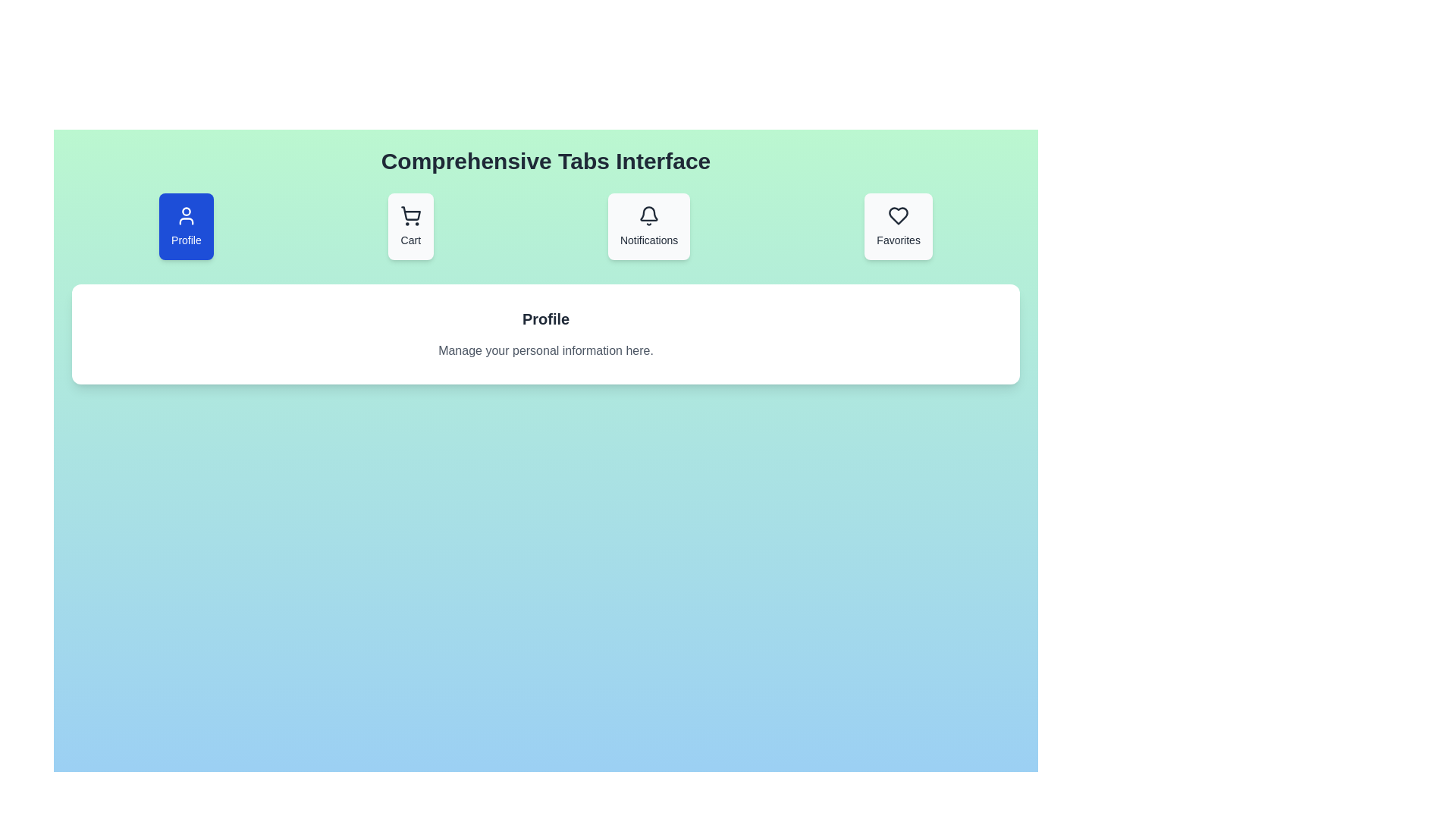  Describe the element at coordinates (899, 216) in the screenshot. I see `the heart-shaped icon representing the favorite feature, located above the 'Favorites' text label` at that location.